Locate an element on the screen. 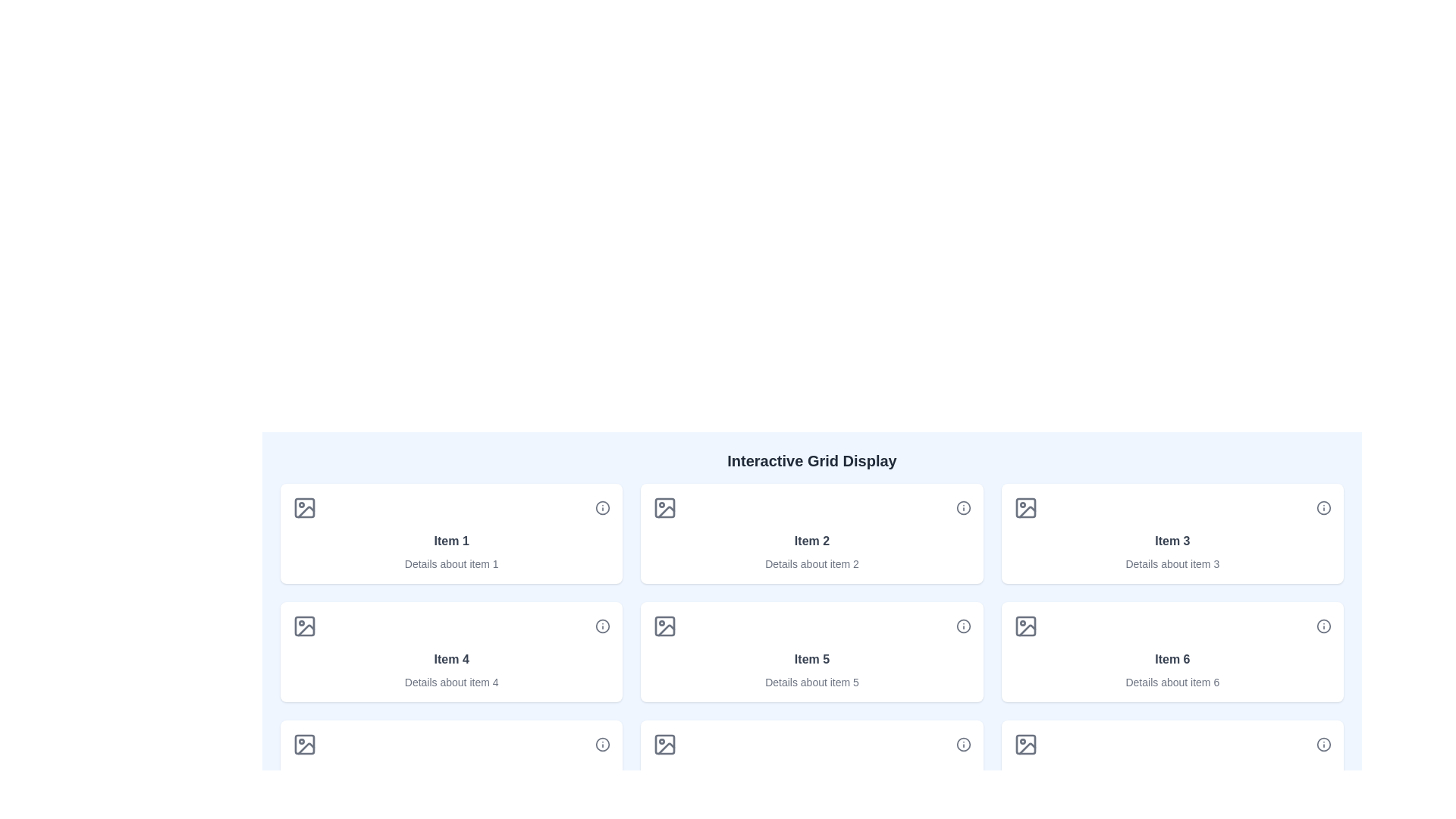  the SVG circle located at the bottom right corner of the grid layout, which has a stroke styling resembling an outline is located at coordinates (962, 744).